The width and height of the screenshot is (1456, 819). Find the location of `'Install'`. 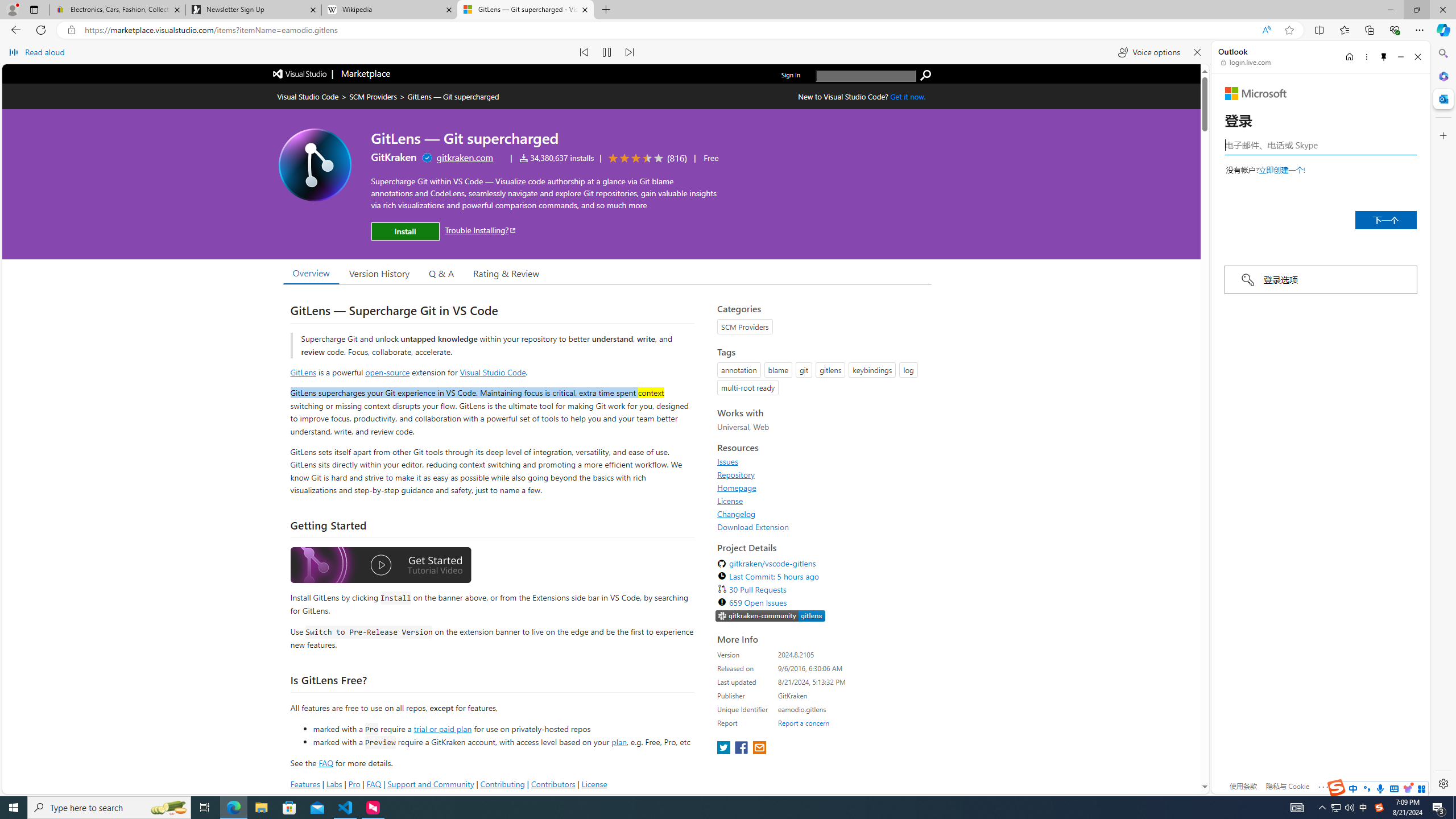

'Install' is located at coordinates (405, 231).